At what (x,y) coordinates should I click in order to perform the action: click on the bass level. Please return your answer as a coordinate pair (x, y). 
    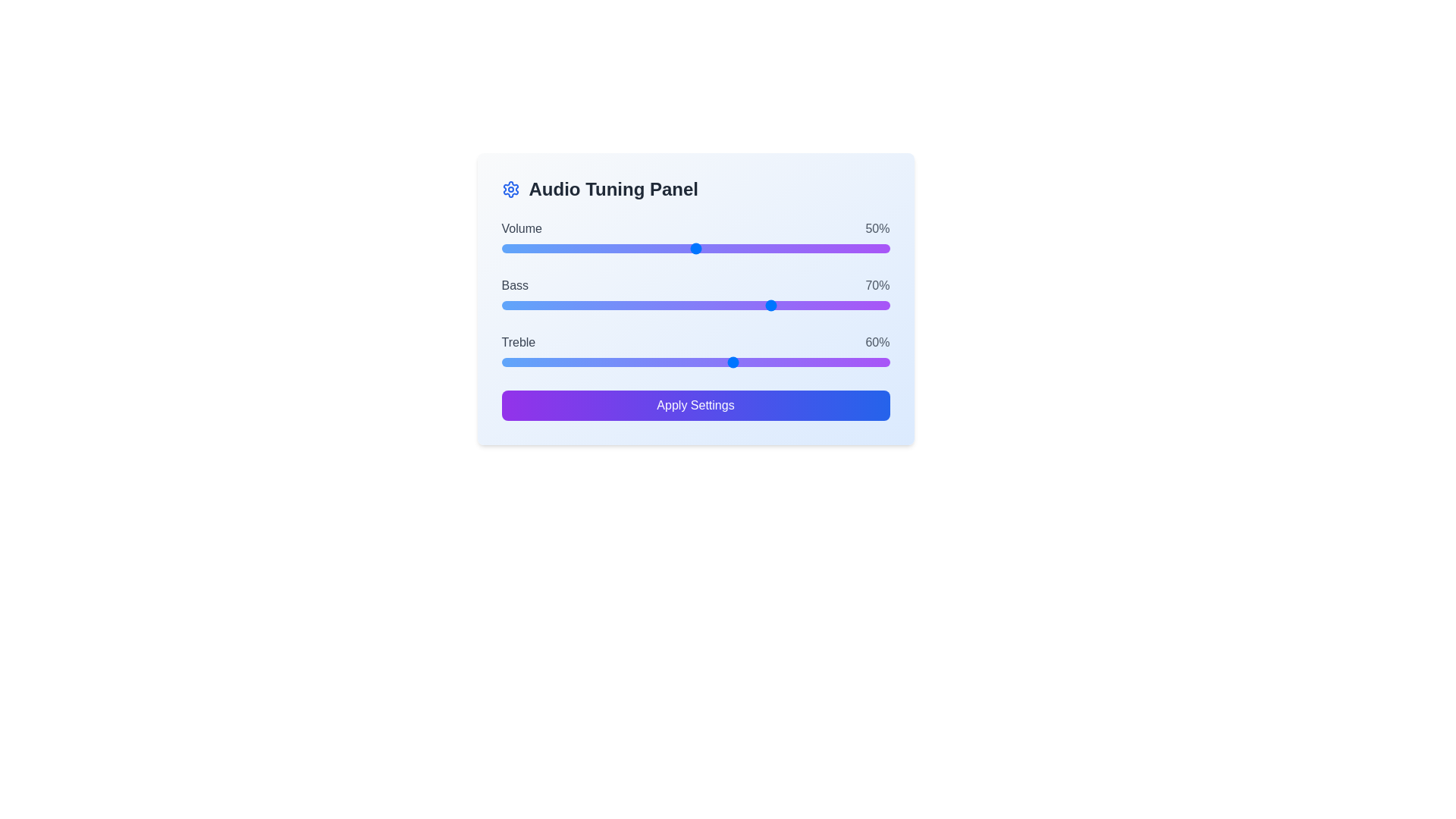
    Looking at the image, I should click on (698, 305).